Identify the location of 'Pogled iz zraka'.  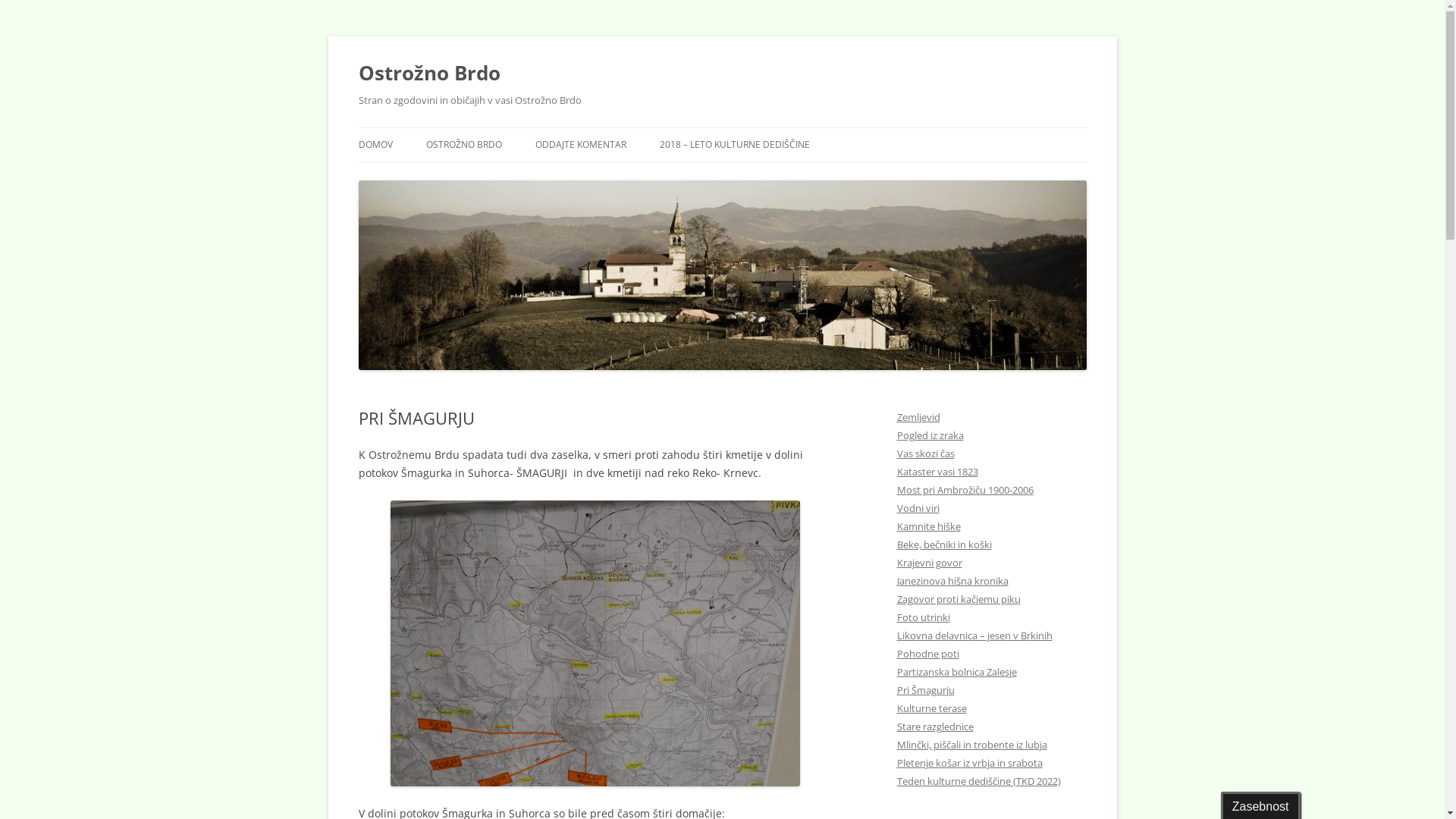
(928, 435).